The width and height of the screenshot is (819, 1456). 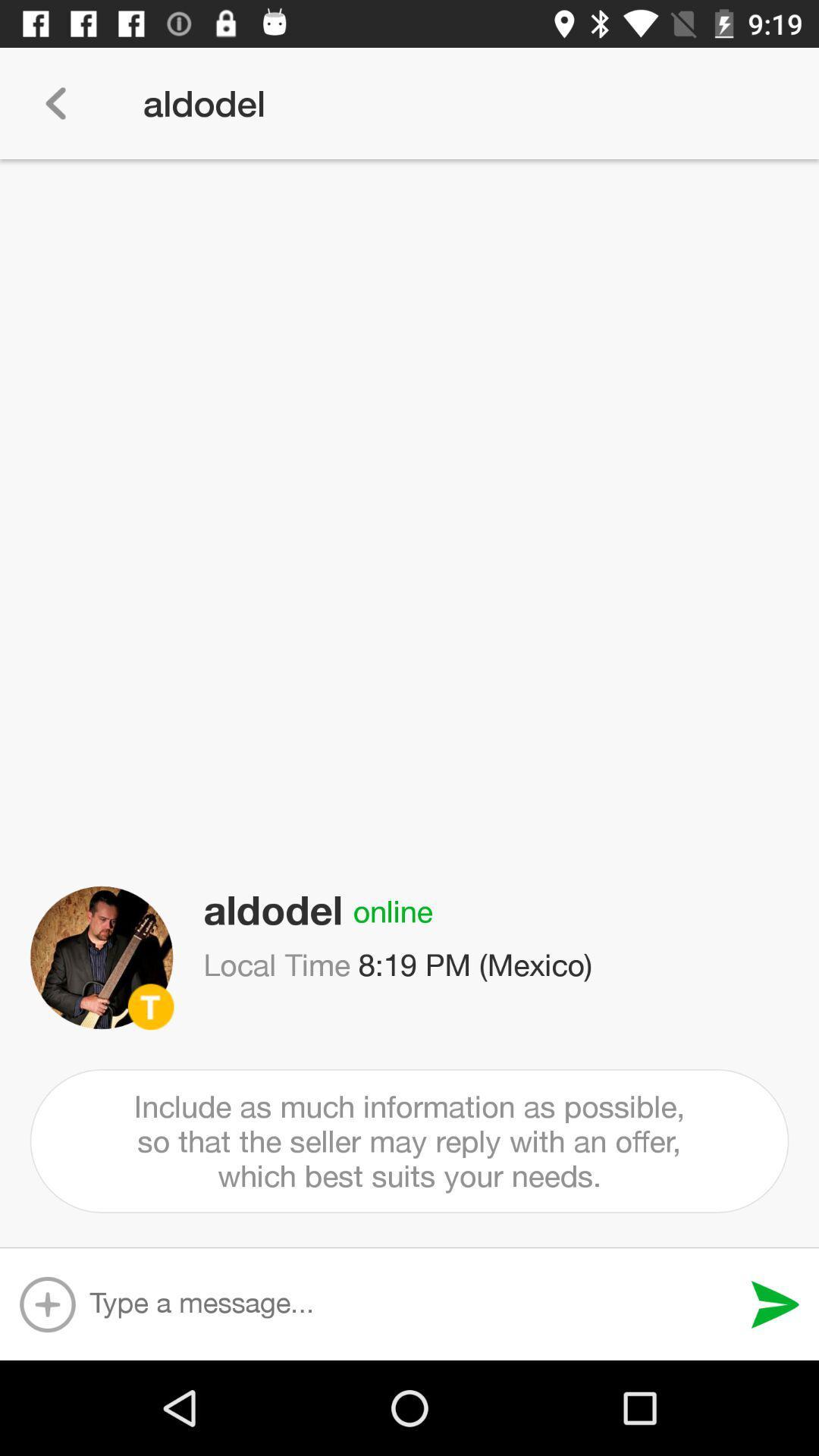 I want to click on input message, so click(x=413, y=1304).